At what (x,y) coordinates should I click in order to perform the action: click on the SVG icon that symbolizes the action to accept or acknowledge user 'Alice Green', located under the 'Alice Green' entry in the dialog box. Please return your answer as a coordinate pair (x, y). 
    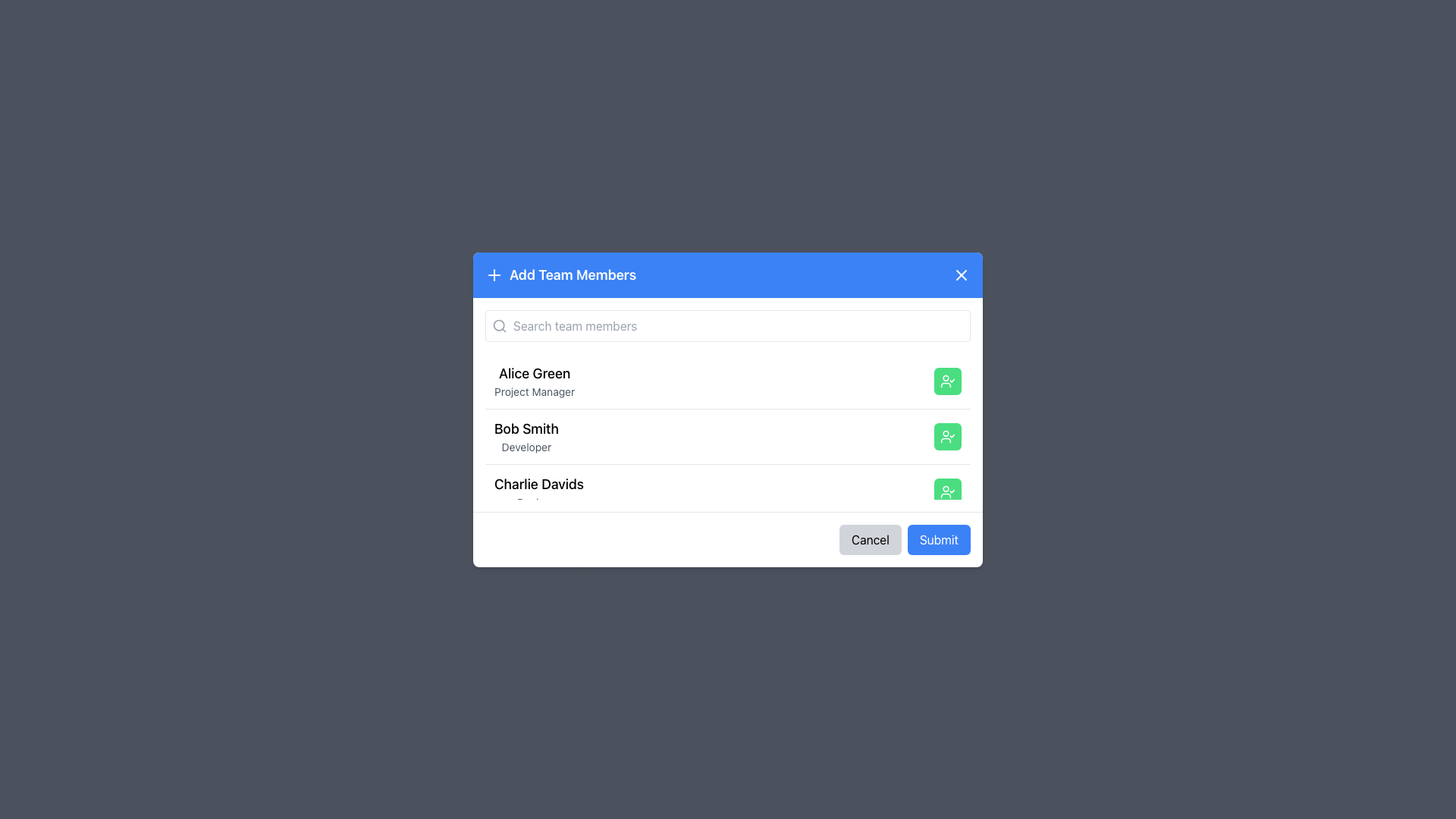
    Looking at the image, I should click on (946, 380).